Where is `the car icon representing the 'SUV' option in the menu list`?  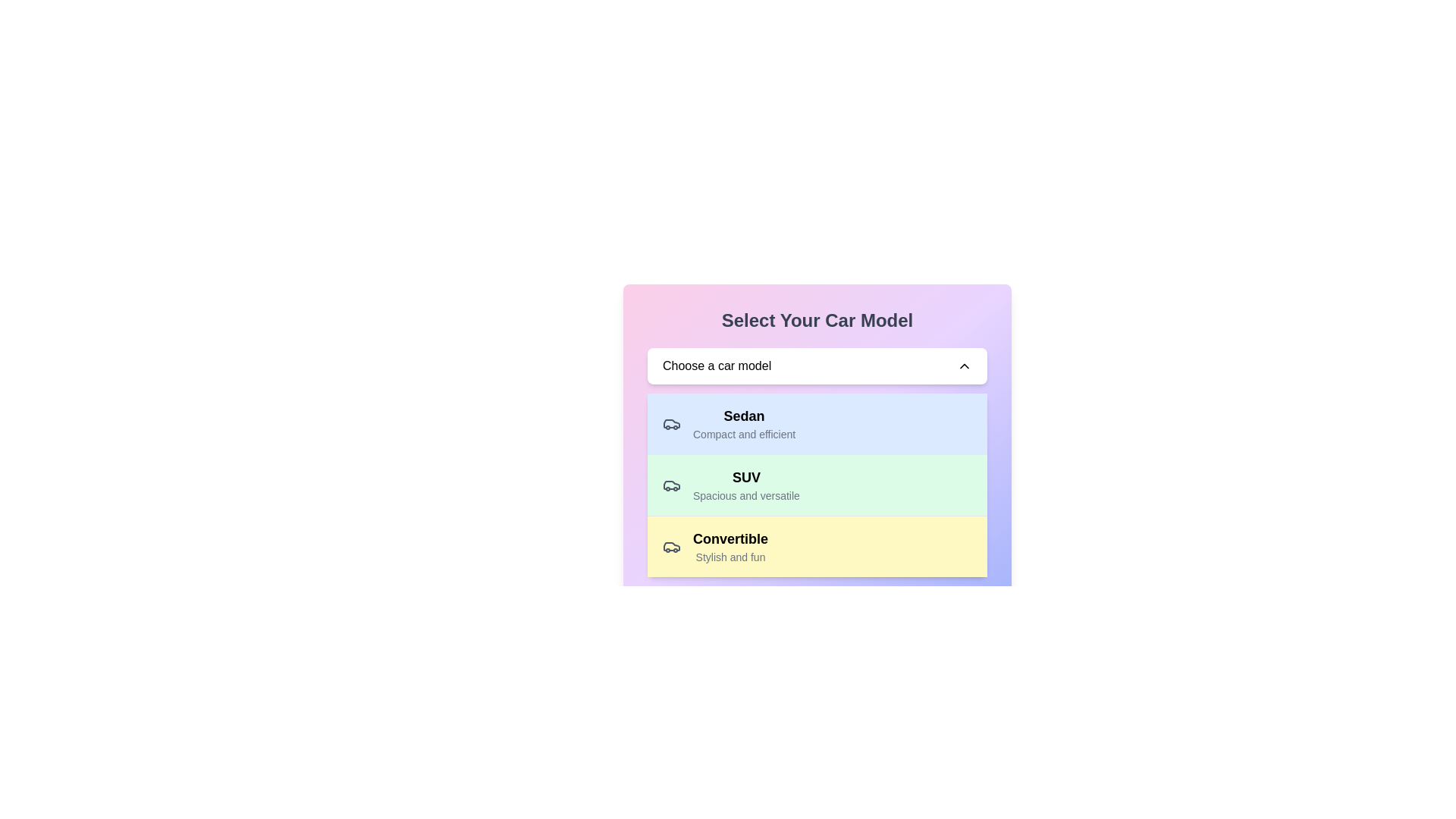
the car icon representing the 'SUV' option in the menu list is located at coordinates (671, 424).